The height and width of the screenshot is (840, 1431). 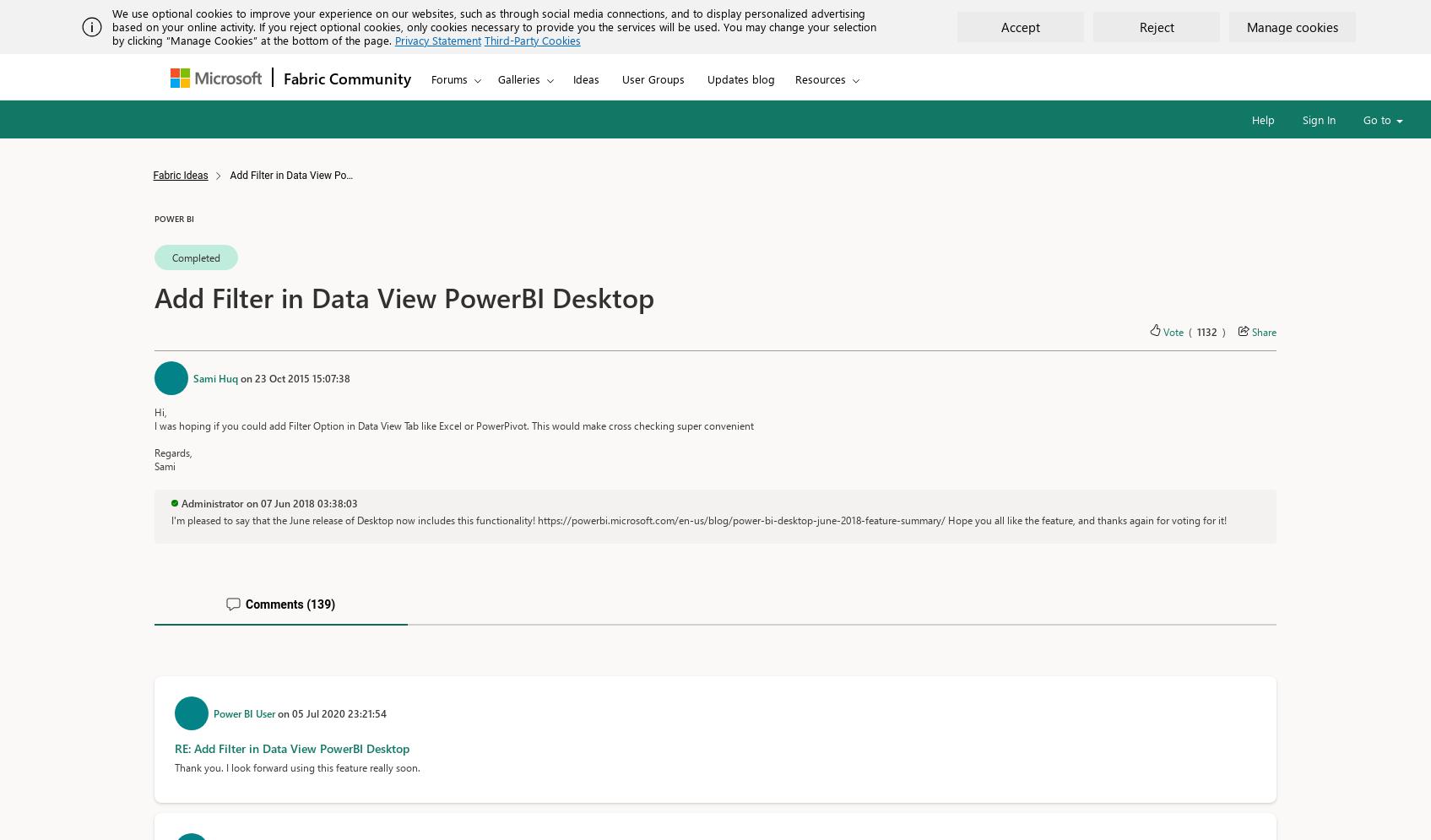 What do you see at coordinates (164, 466) in the screenshot?
I see `'Sami'` at bounding box center [164, 466].